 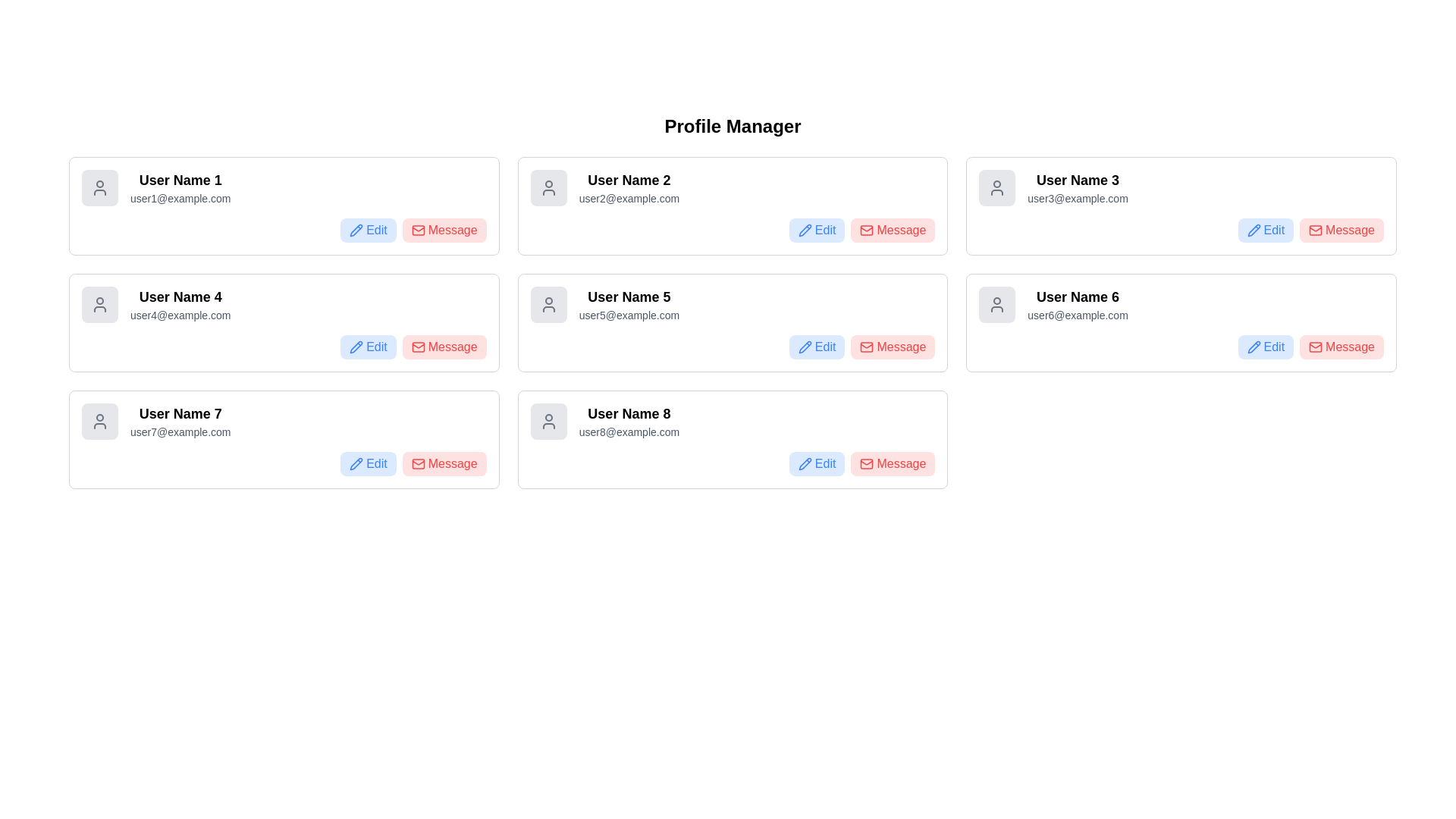 I want to click on the user avatar icon for 'User Name 1' located in the top-left corner of the Profile Manager interface, so click(x=99, y=187).